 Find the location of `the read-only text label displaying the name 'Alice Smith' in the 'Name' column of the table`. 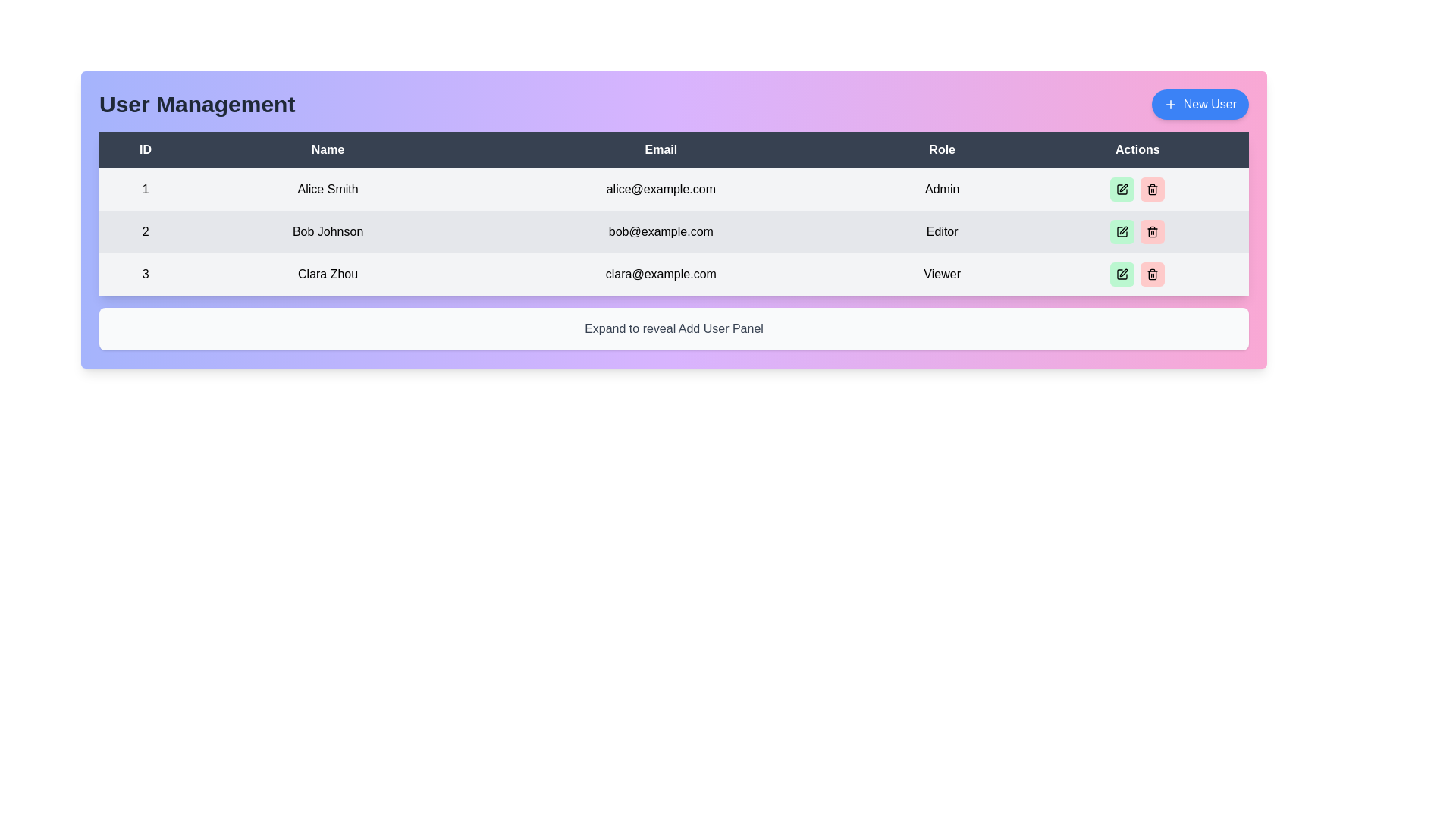

the read-only text label displaying the name 'Alice Smith' in the 'Name' column of the table is located at coordinates (327, 189).